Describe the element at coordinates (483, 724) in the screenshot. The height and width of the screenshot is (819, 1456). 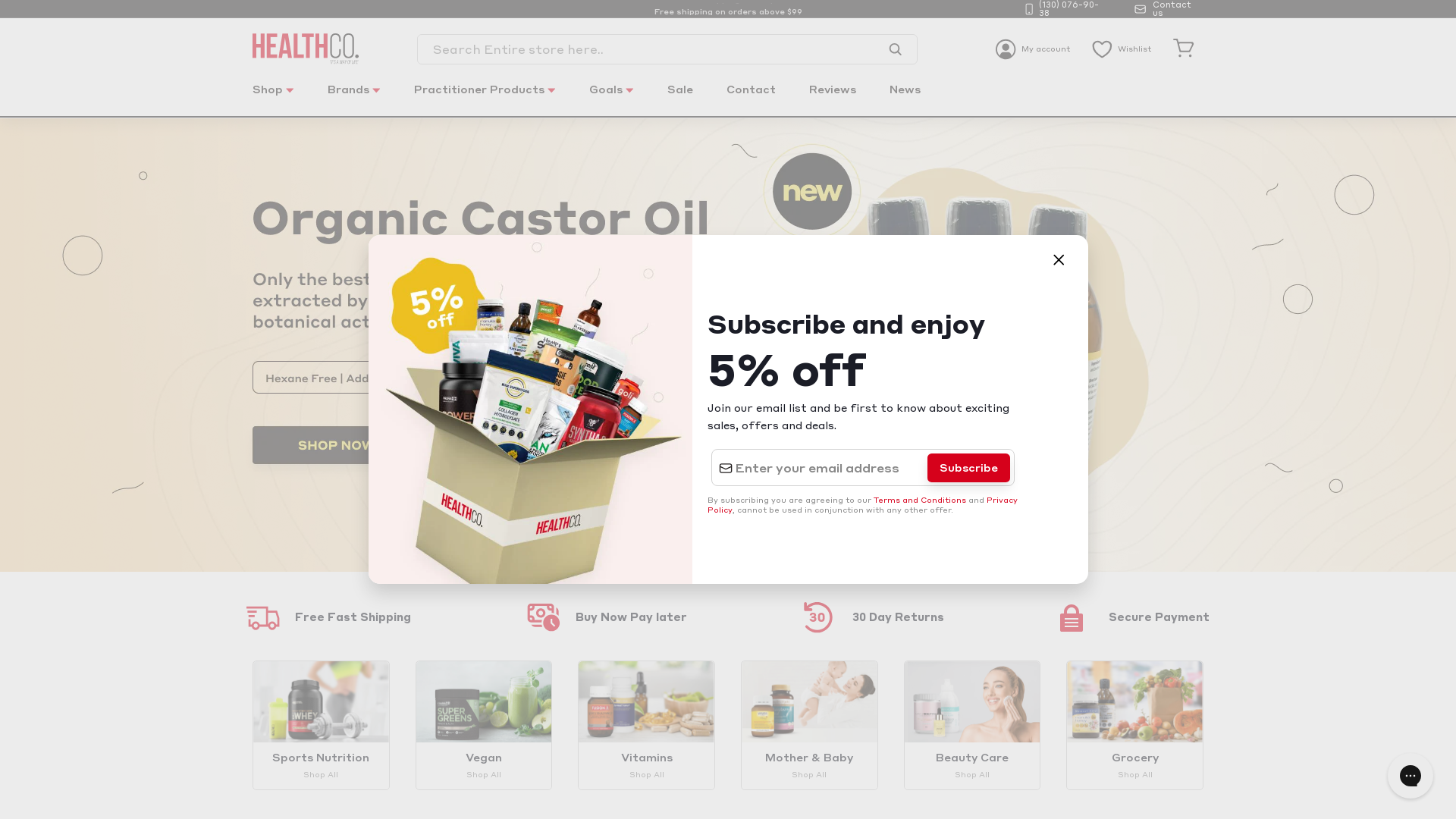
I see `'Vegan` at that location.